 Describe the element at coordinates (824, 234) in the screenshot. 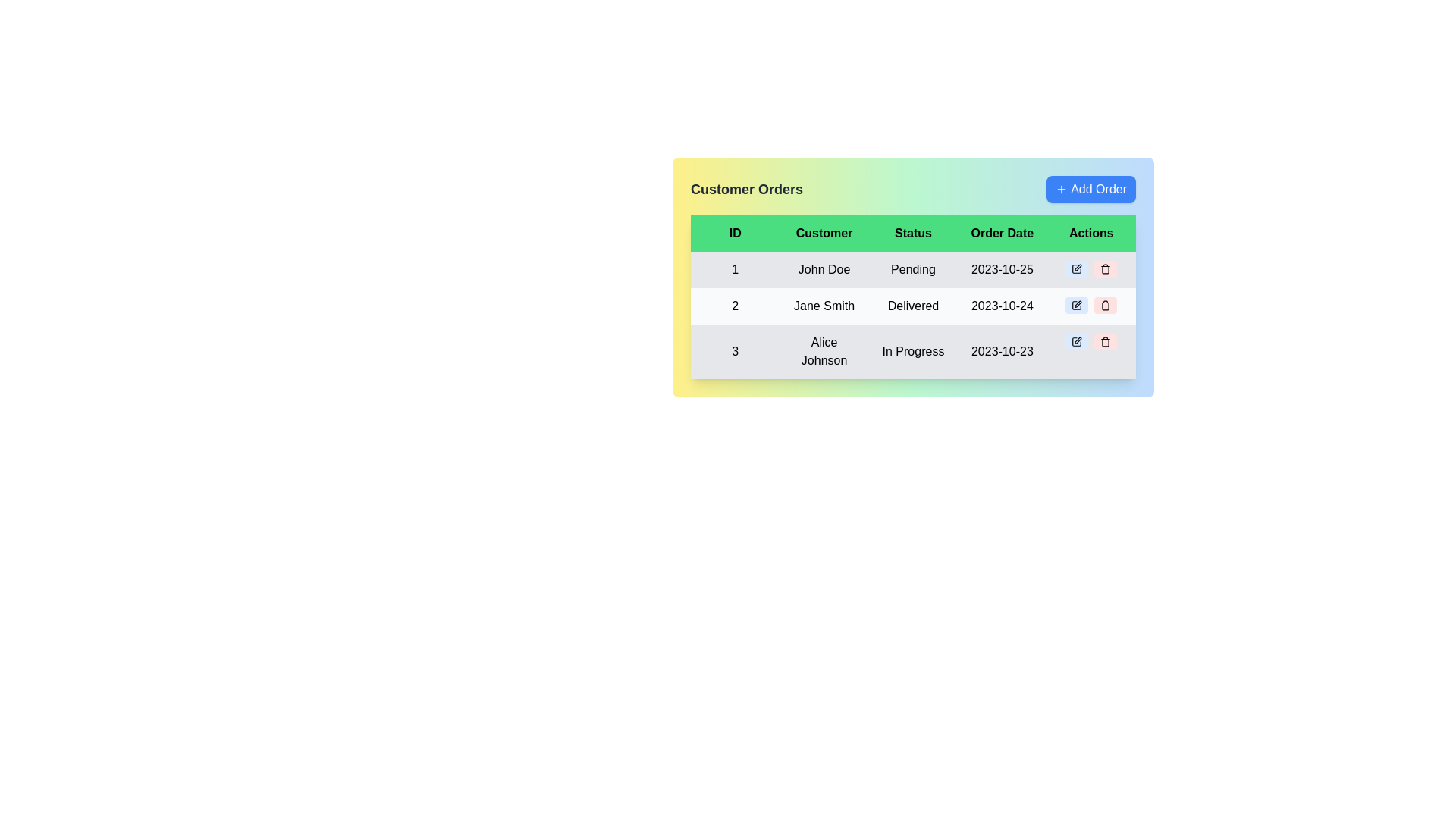

I see `the 'Customer' text label, which is a bold black text centered in a green rectangular area, positioned as the second column header in the table` at that location.